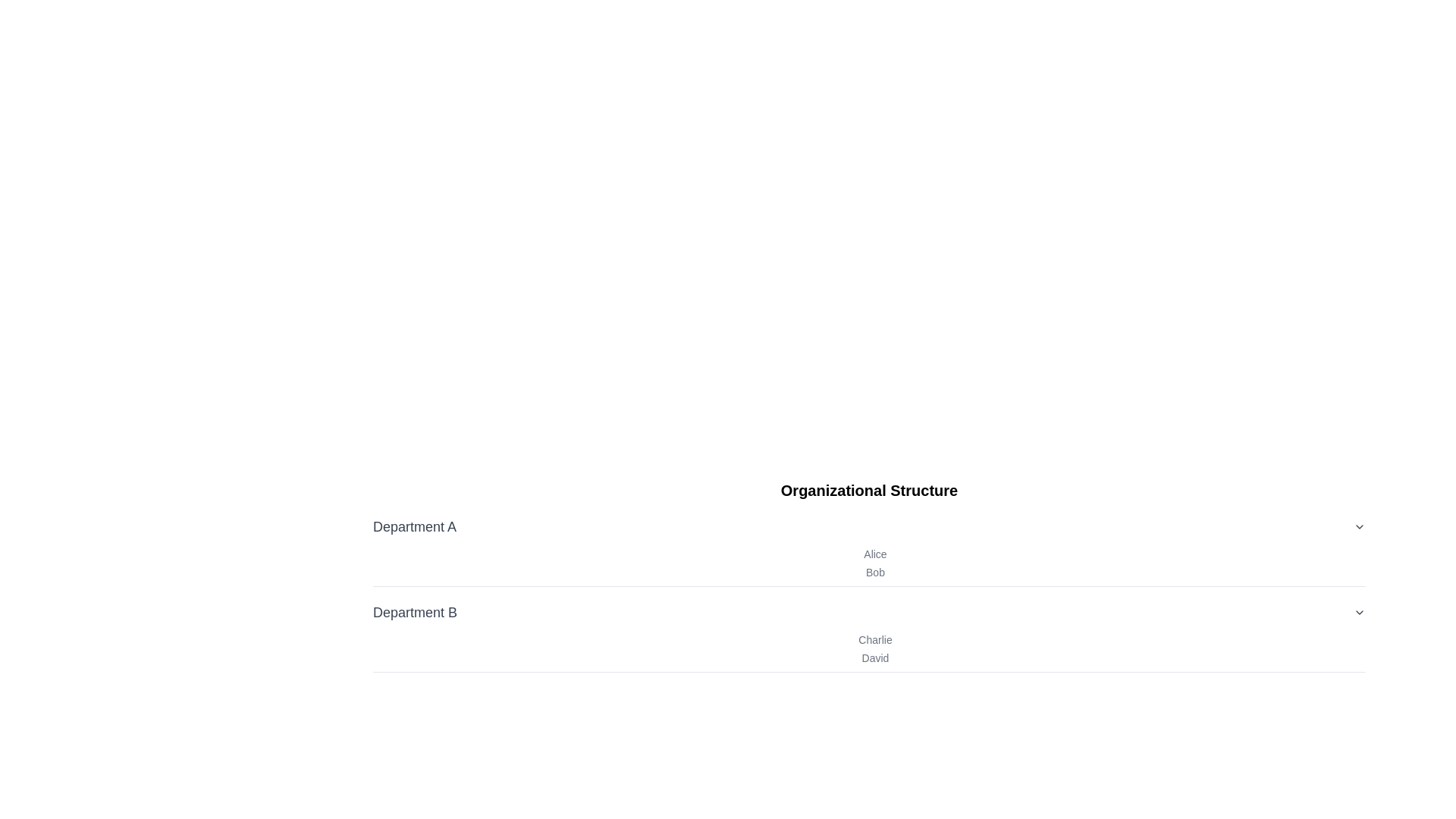  Describe the element at coordinates (1360, 611) in the screenshot. I see `the Chevron Down icon located at the far right of the 'Department B' section` at that location.